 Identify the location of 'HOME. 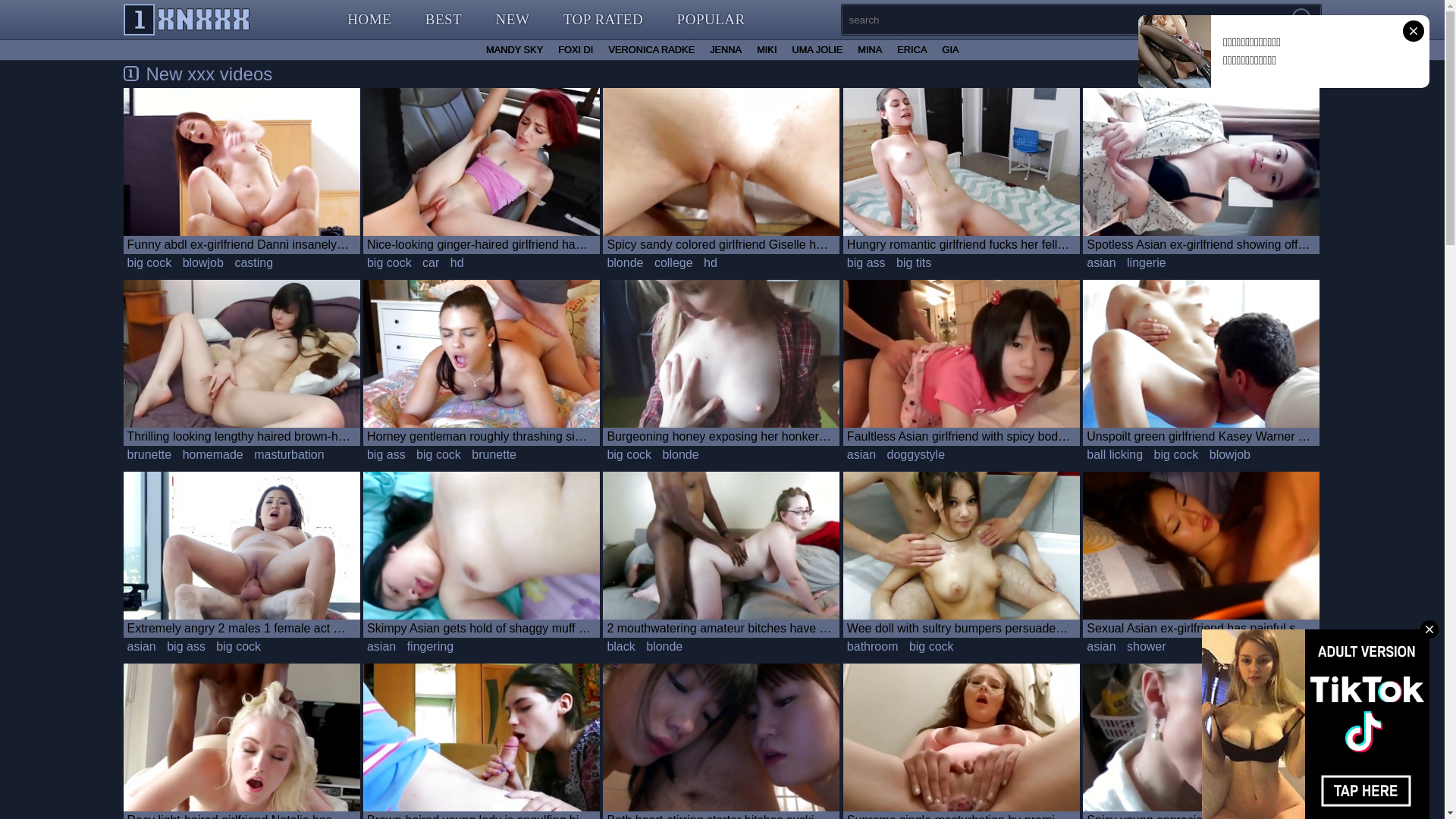
(546, 19).